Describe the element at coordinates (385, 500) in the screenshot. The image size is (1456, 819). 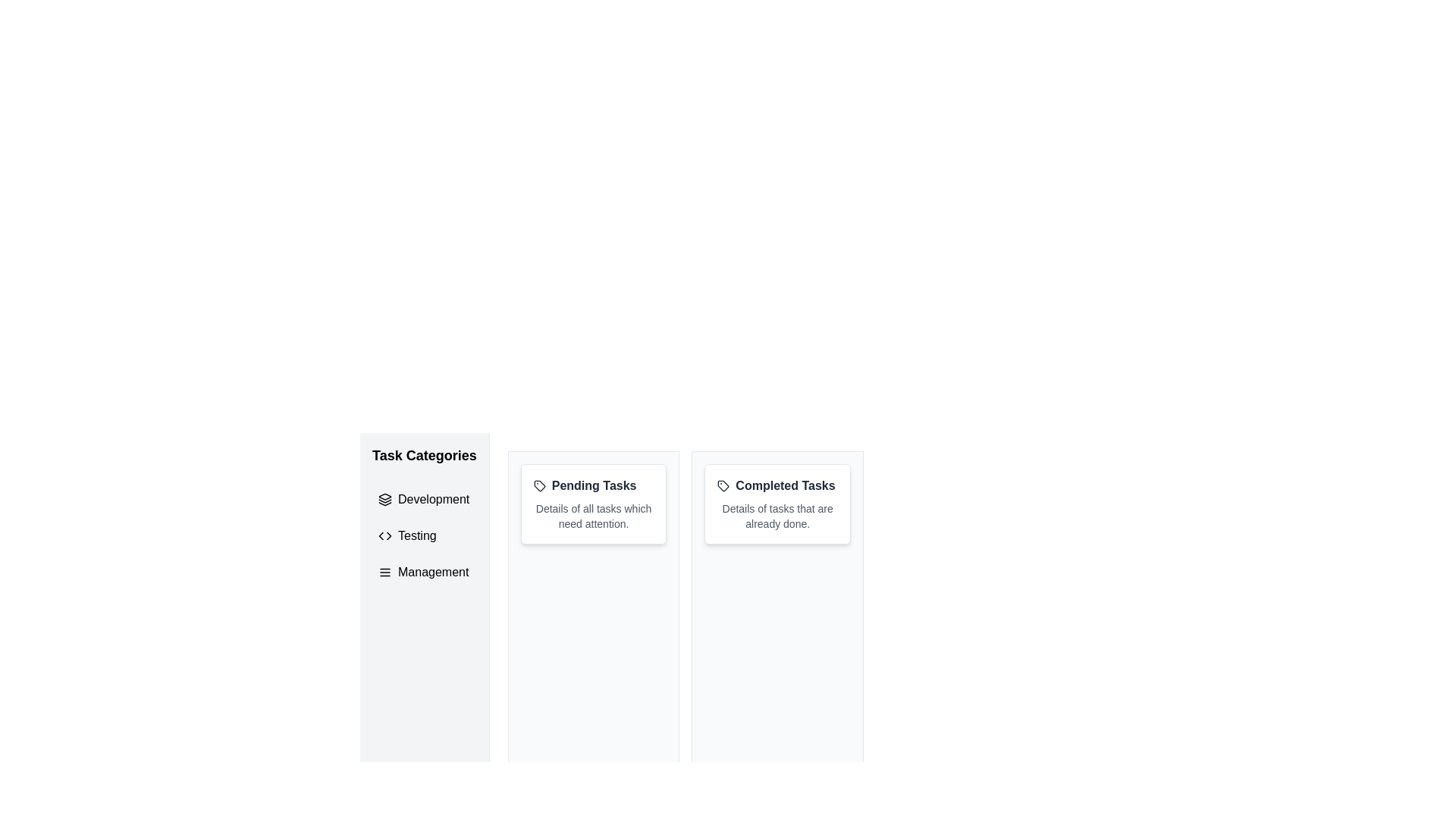
I see `the 'Development' category icon located in the left navigation menu under 'Task Categories.'` at that location.